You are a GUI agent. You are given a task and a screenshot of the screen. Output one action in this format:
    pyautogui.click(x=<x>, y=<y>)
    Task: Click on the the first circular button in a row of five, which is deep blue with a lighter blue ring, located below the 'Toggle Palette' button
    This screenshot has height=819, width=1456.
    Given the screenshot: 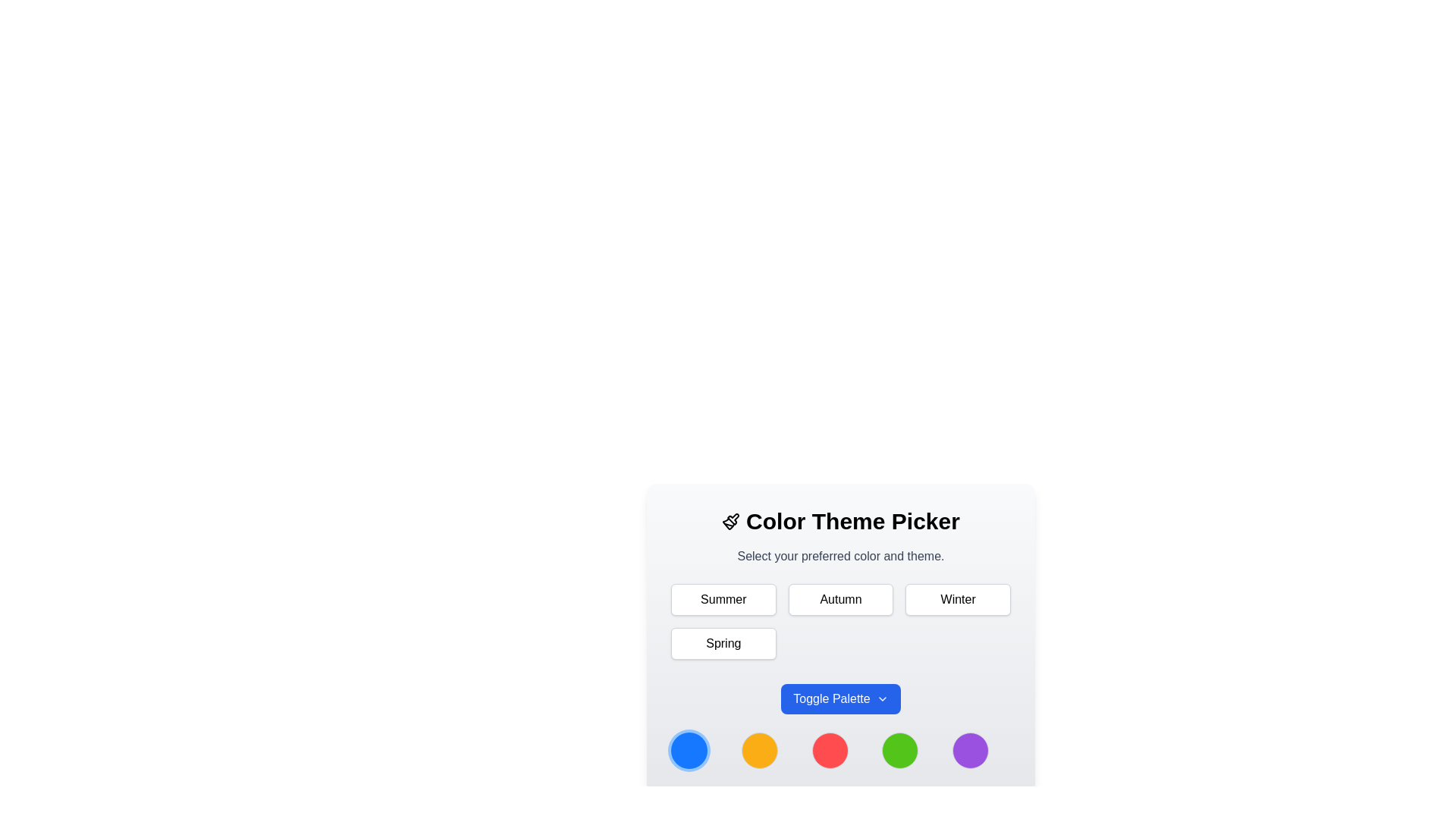 What is the action you would take?
    pyautogui.click(x=688, y=751)
    